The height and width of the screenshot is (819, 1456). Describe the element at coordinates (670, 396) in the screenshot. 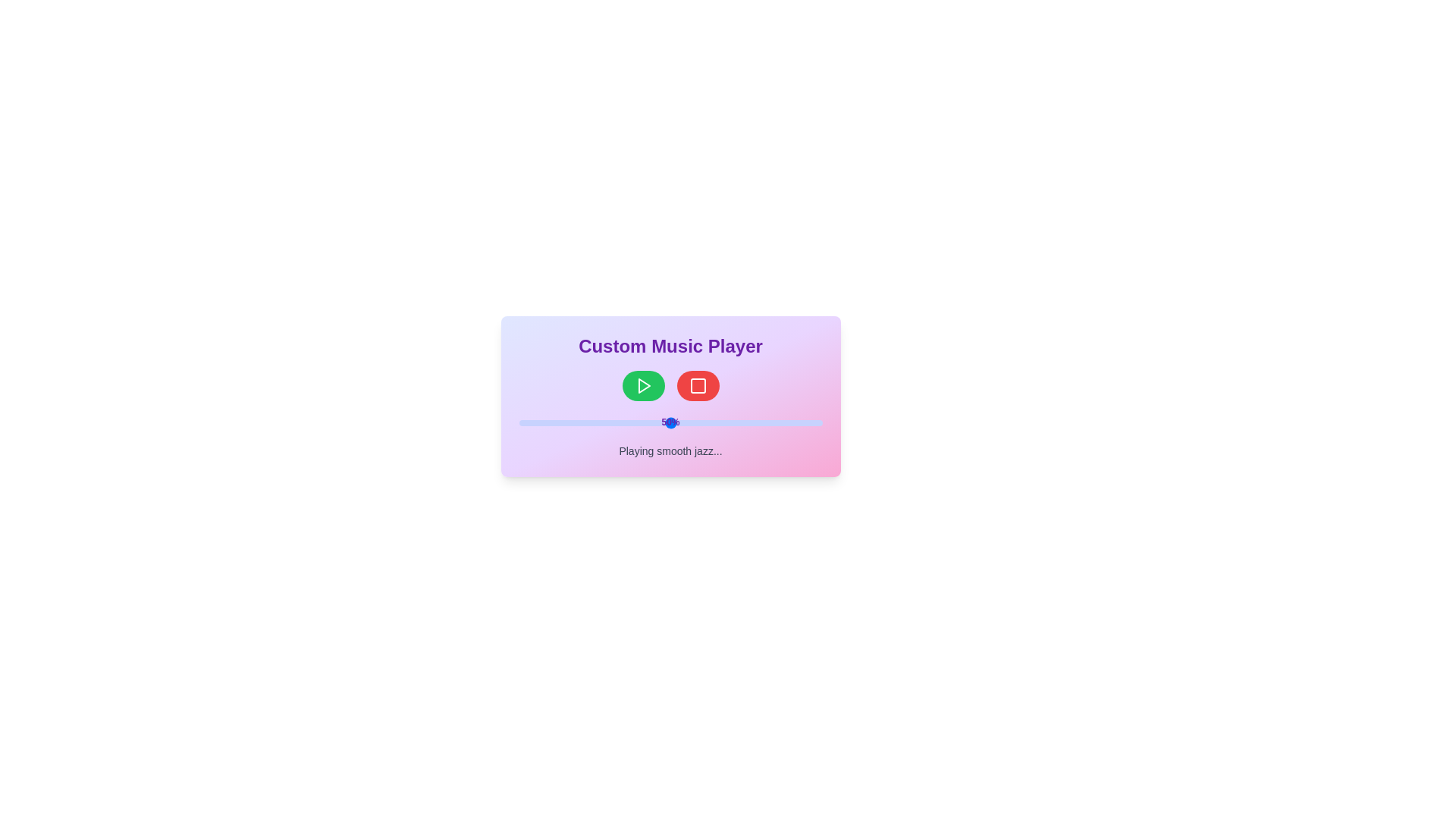

I see `the progress bar of the 'Custom Music Player' to change the playback position` at that location.